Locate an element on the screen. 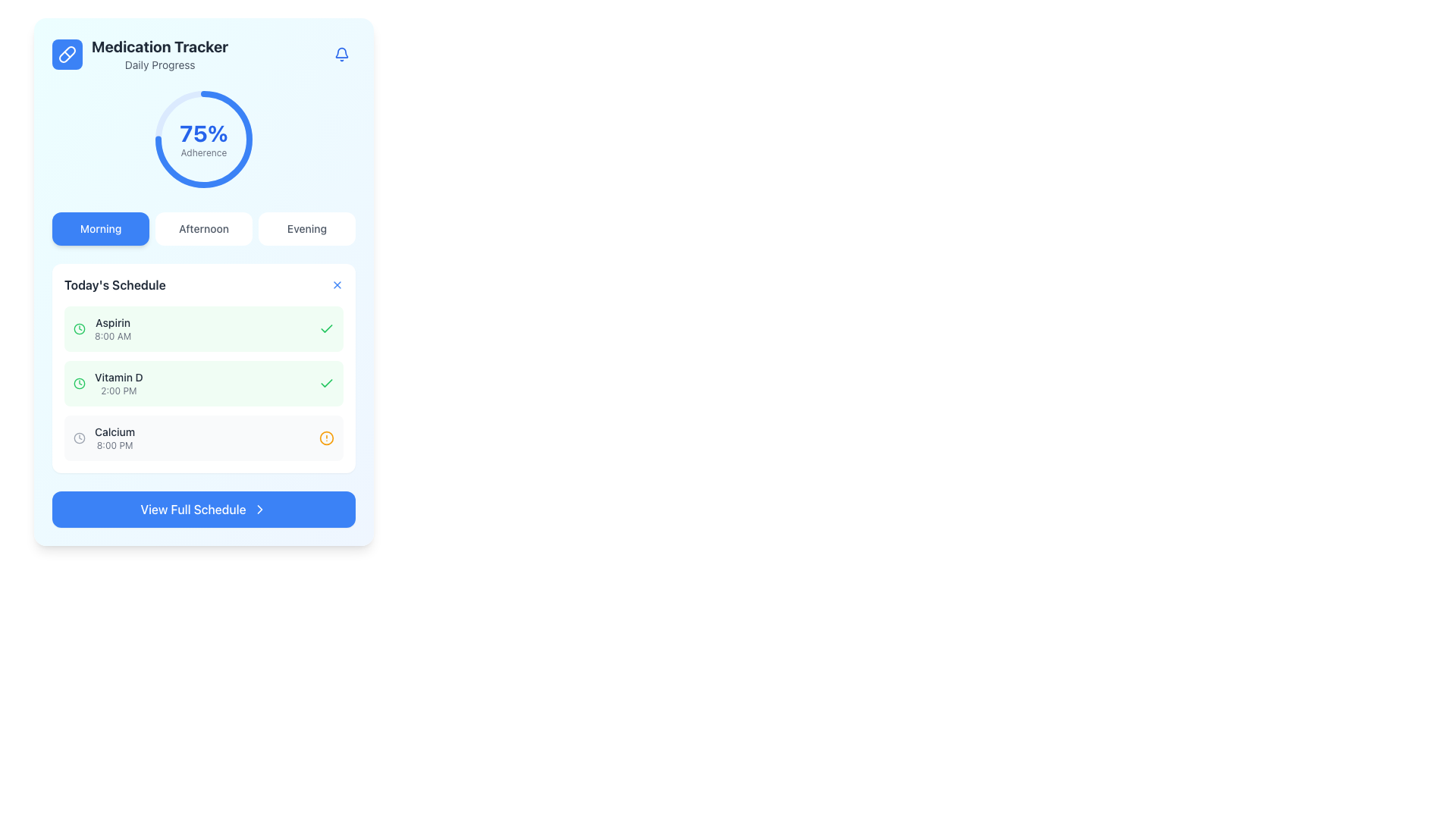  the green checkmark icon indicating completion next to 'Vitamin D' in the 'Today’s Schedule' list under the 'Medication Tracker' section is located at coordinates (326, 327).